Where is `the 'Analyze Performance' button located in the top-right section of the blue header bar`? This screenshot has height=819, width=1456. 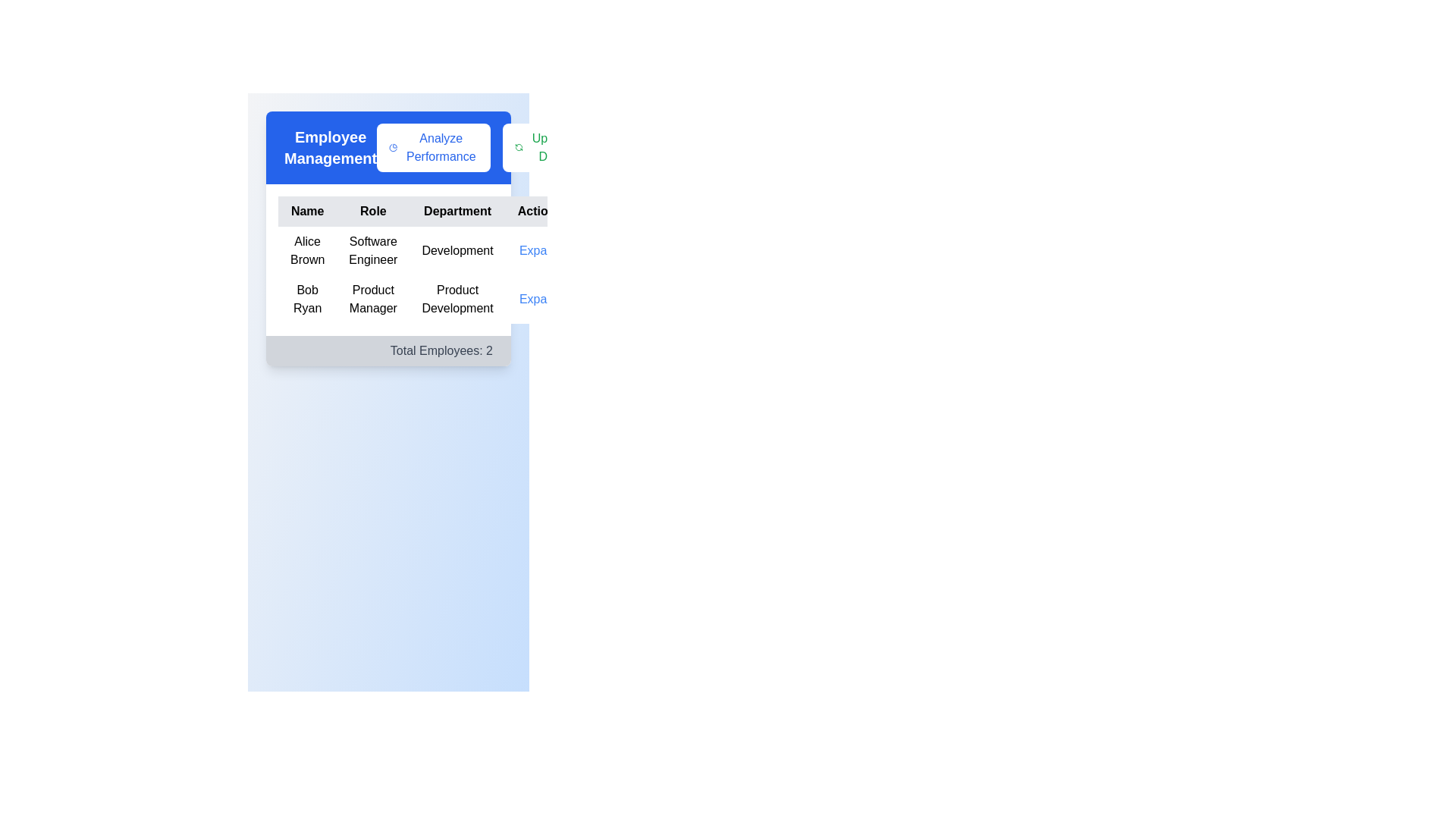
the 'Analyze Performance' button located in the top-right section of the blue header bar is located at coordinates (480, 148).